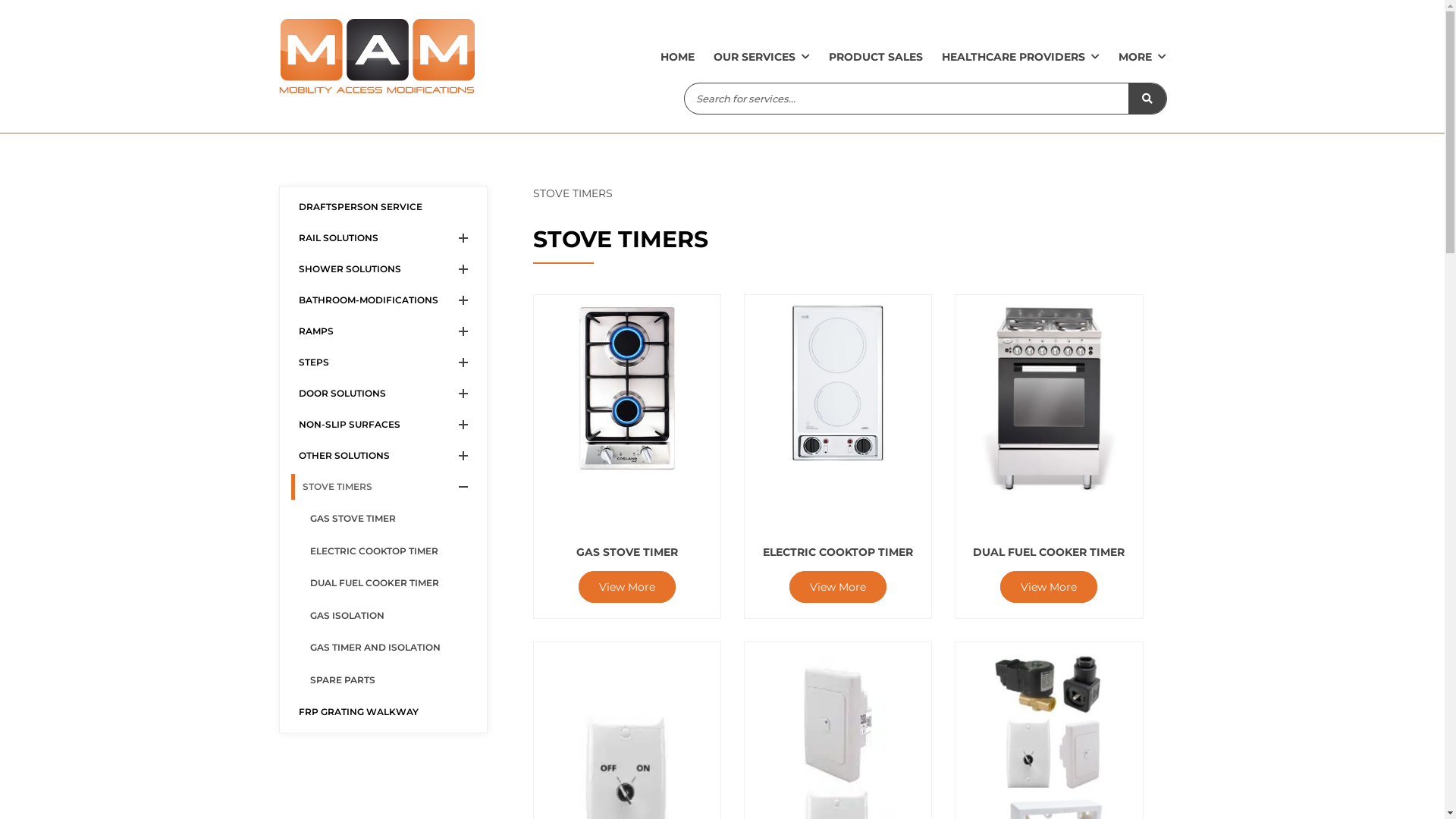  Describe the element at coordinates (753, 55) in the screenshot. I see `'OUR SERVICES'` at that location.